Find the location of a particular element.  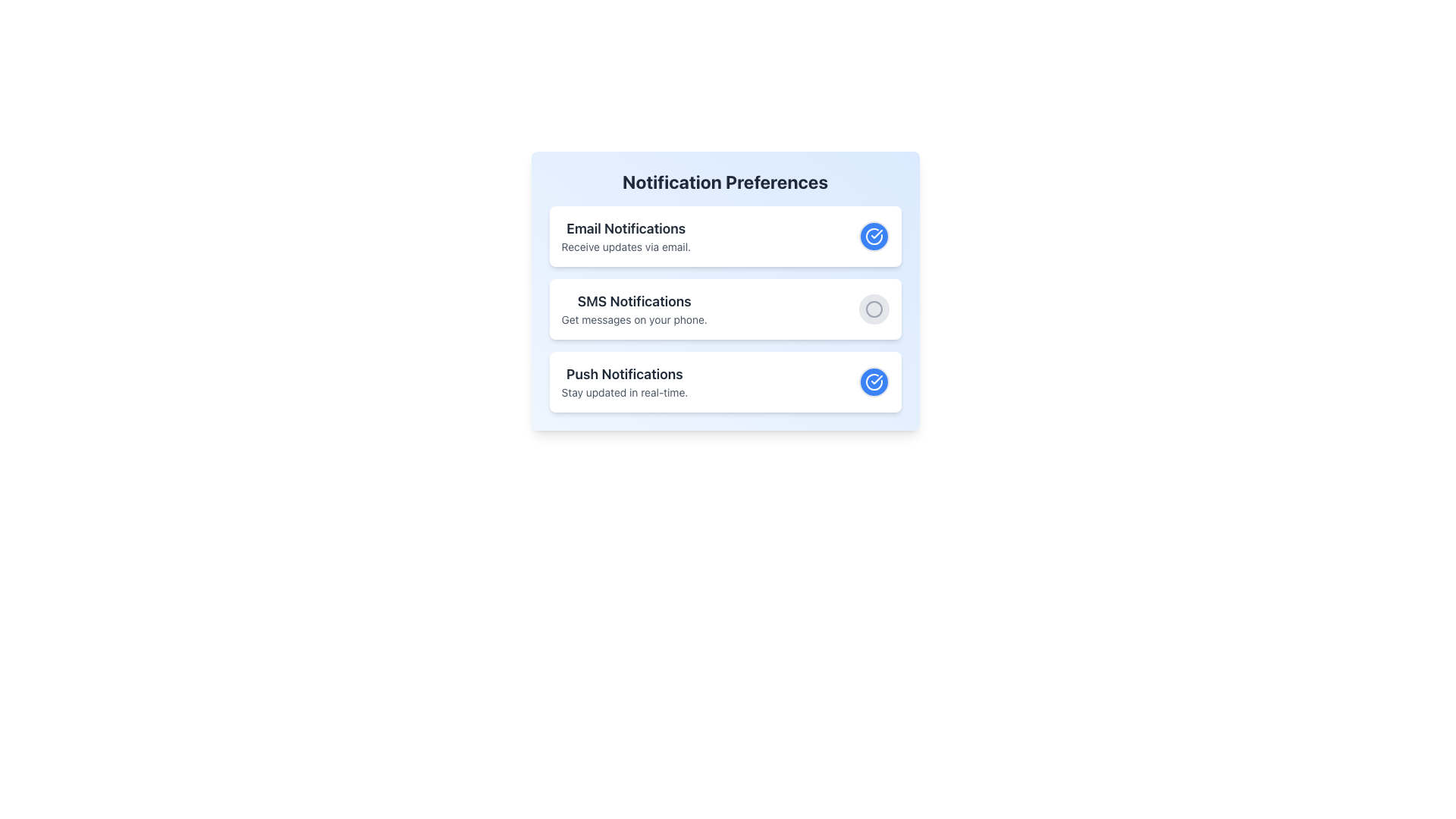

the Text label providing information about the 'Push Notifications' feature, located under the title 'Push Notifications' in the 'Notification Preferences' card interface is located at coordinates (624, 391).